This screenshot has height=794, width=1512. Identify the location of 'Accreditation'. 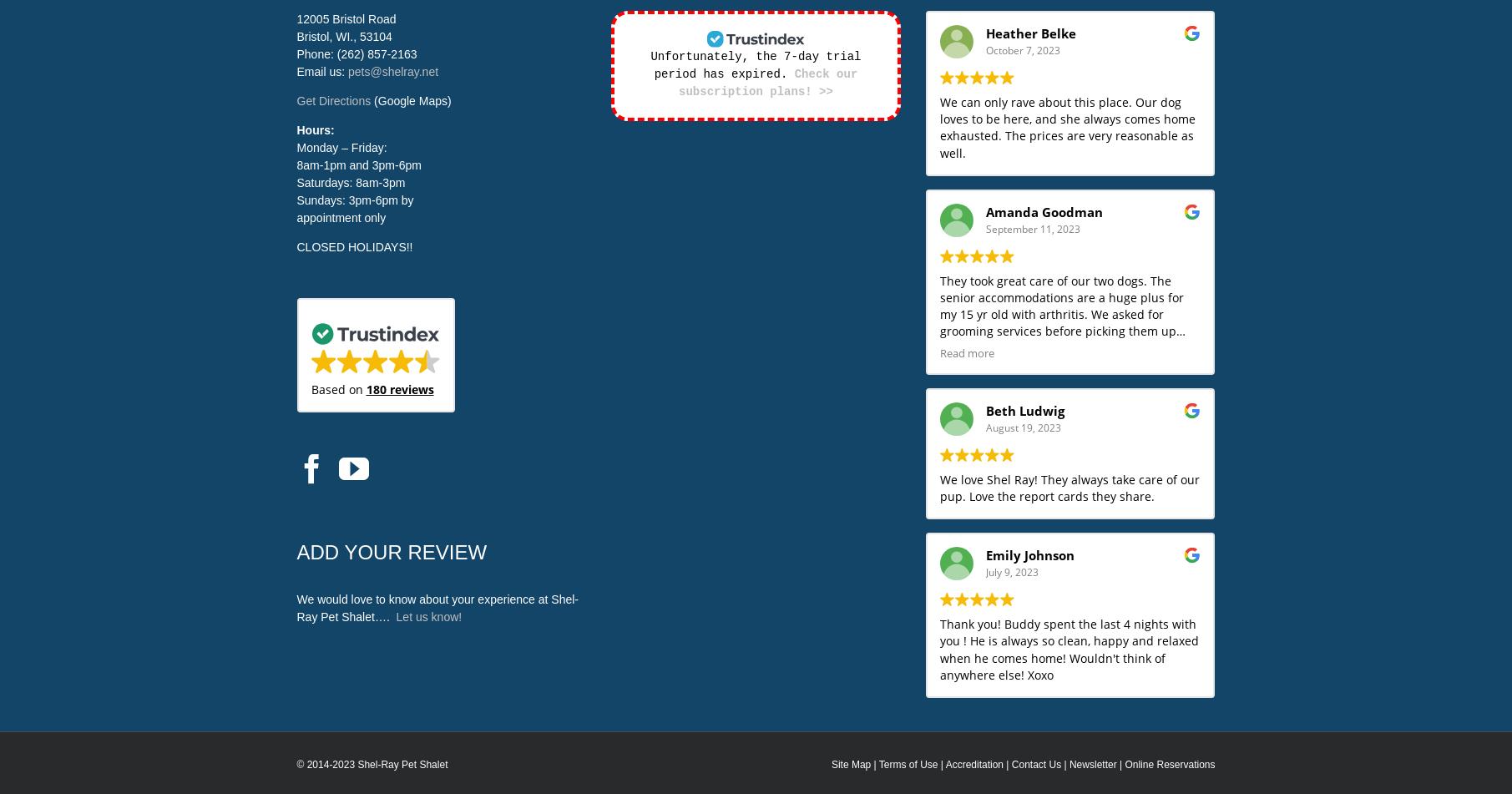
(973, 764).